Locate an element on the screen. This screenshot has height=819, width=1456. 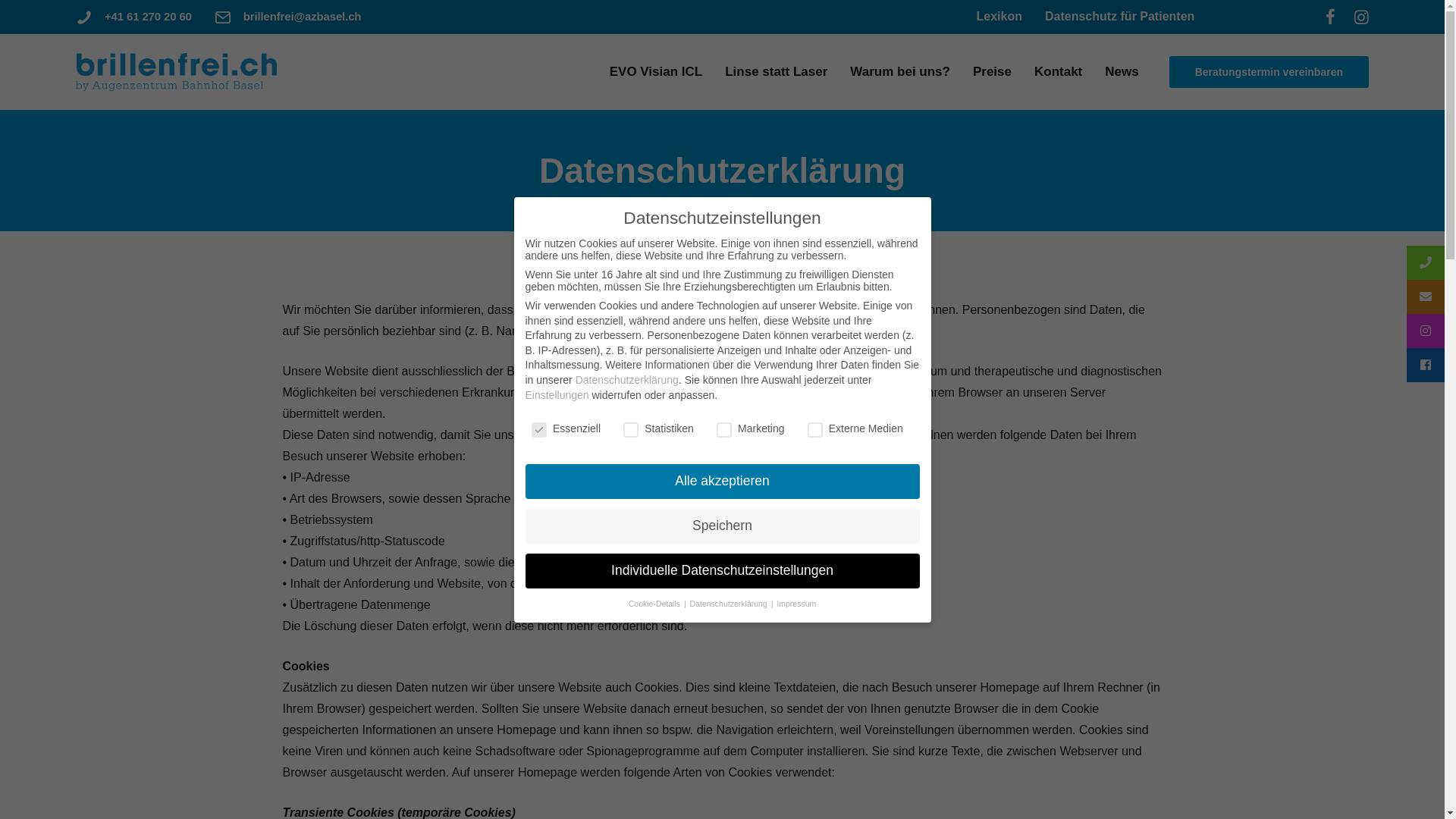
'Preise' is located at coordinates (992, 71).